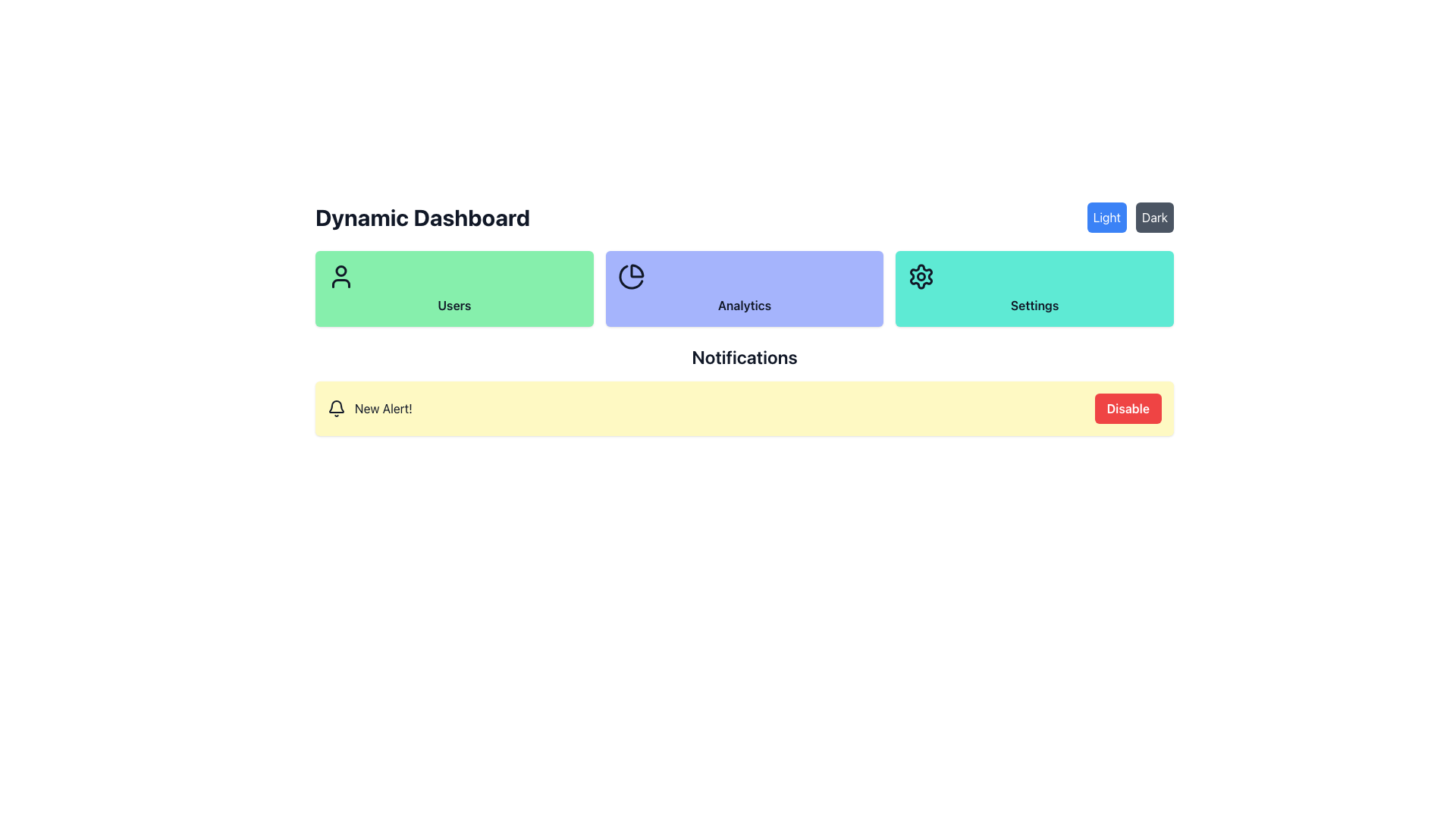  Describe the element at coordinates (745, 289) in the screenshot. I see `the analytics navigation button located between the 'Users' and 'Settings' tiles` at that location.